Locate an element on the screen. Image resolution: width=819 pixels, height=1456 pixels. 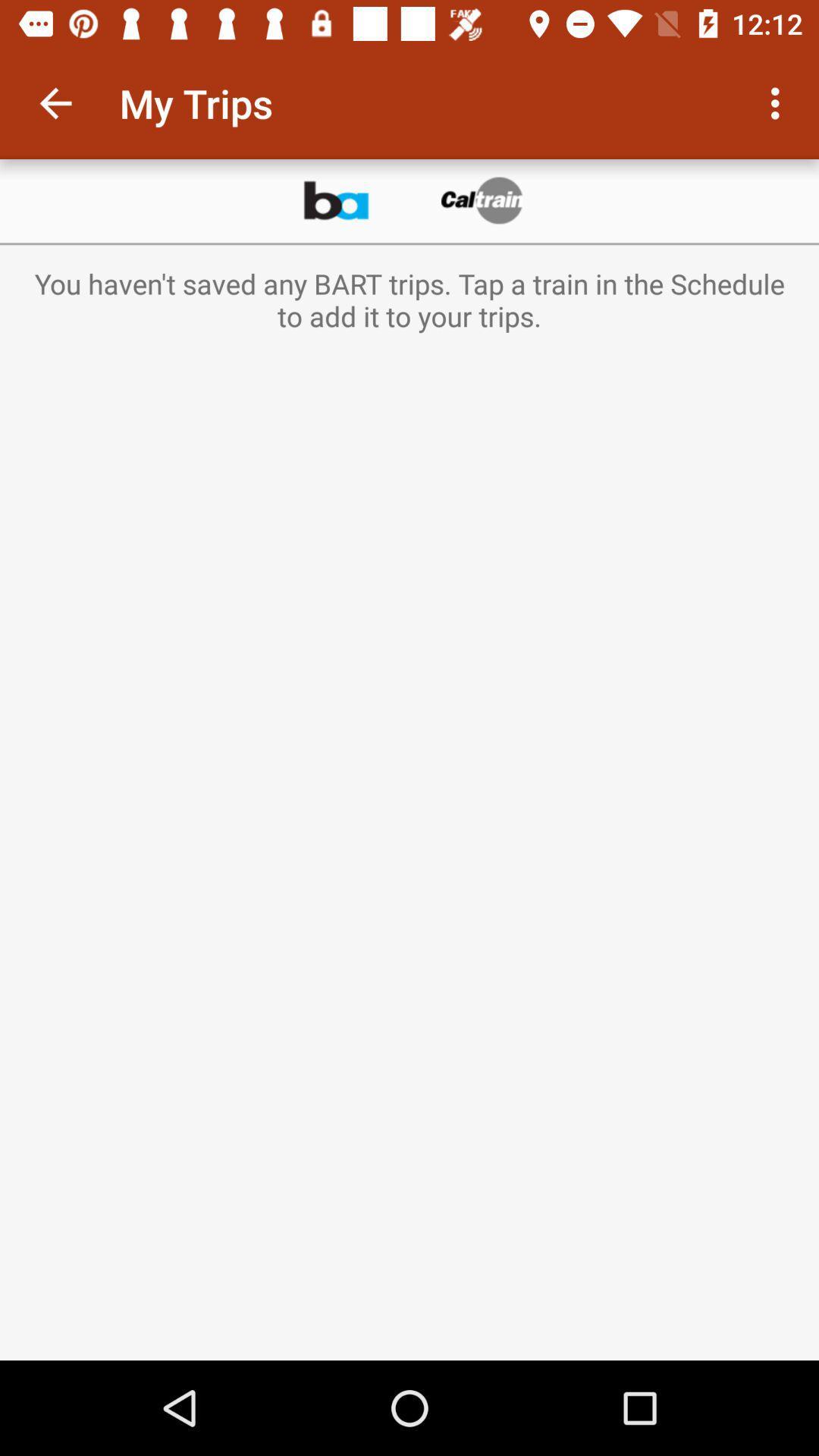
the item to the left of my trips item is located at coordinates (55, 102).